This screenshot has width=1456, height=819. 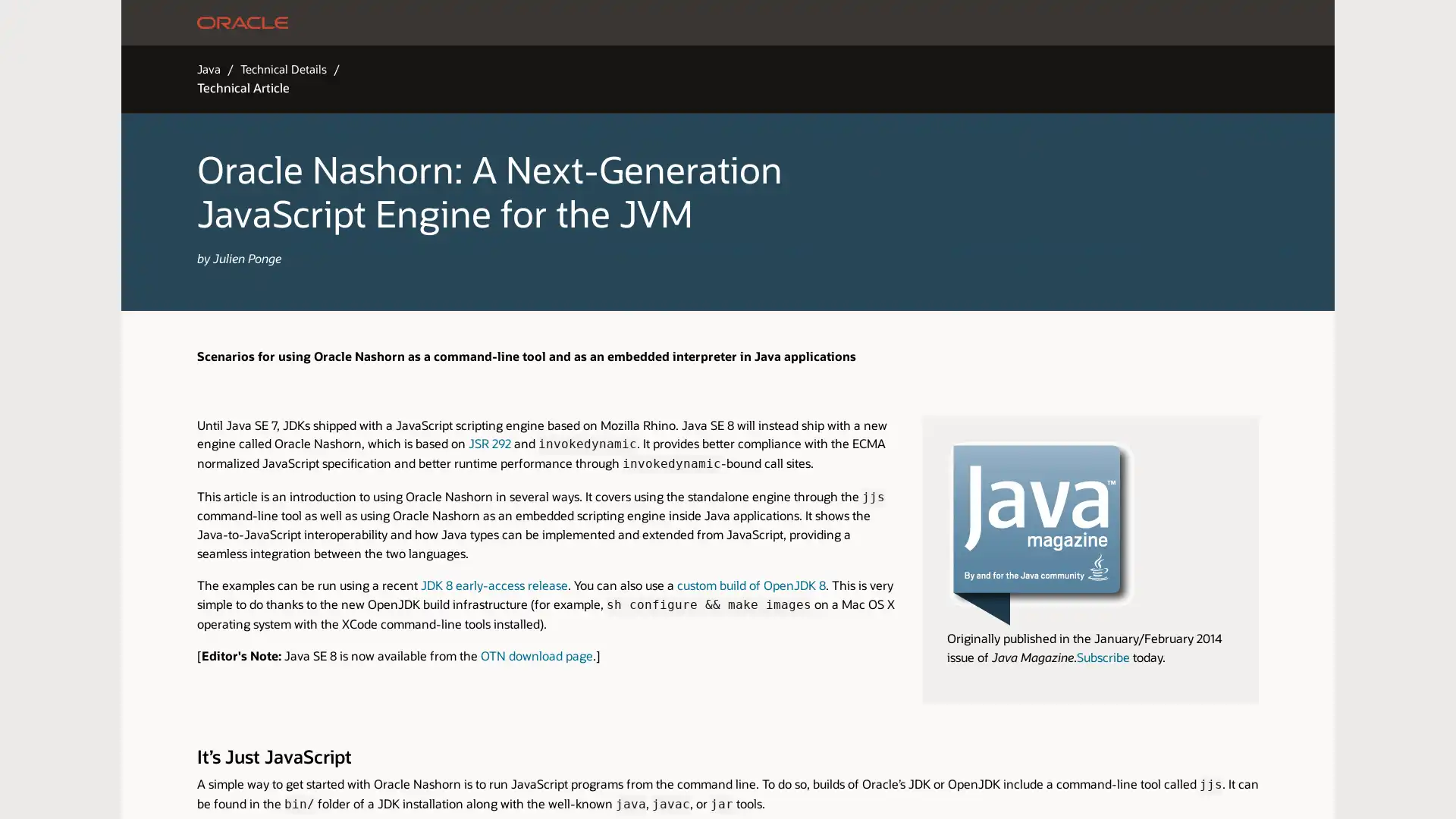 What do you see at coordinates (705, 22) in the screenshot?
I see `Partners` at bounding box center [705, 22].